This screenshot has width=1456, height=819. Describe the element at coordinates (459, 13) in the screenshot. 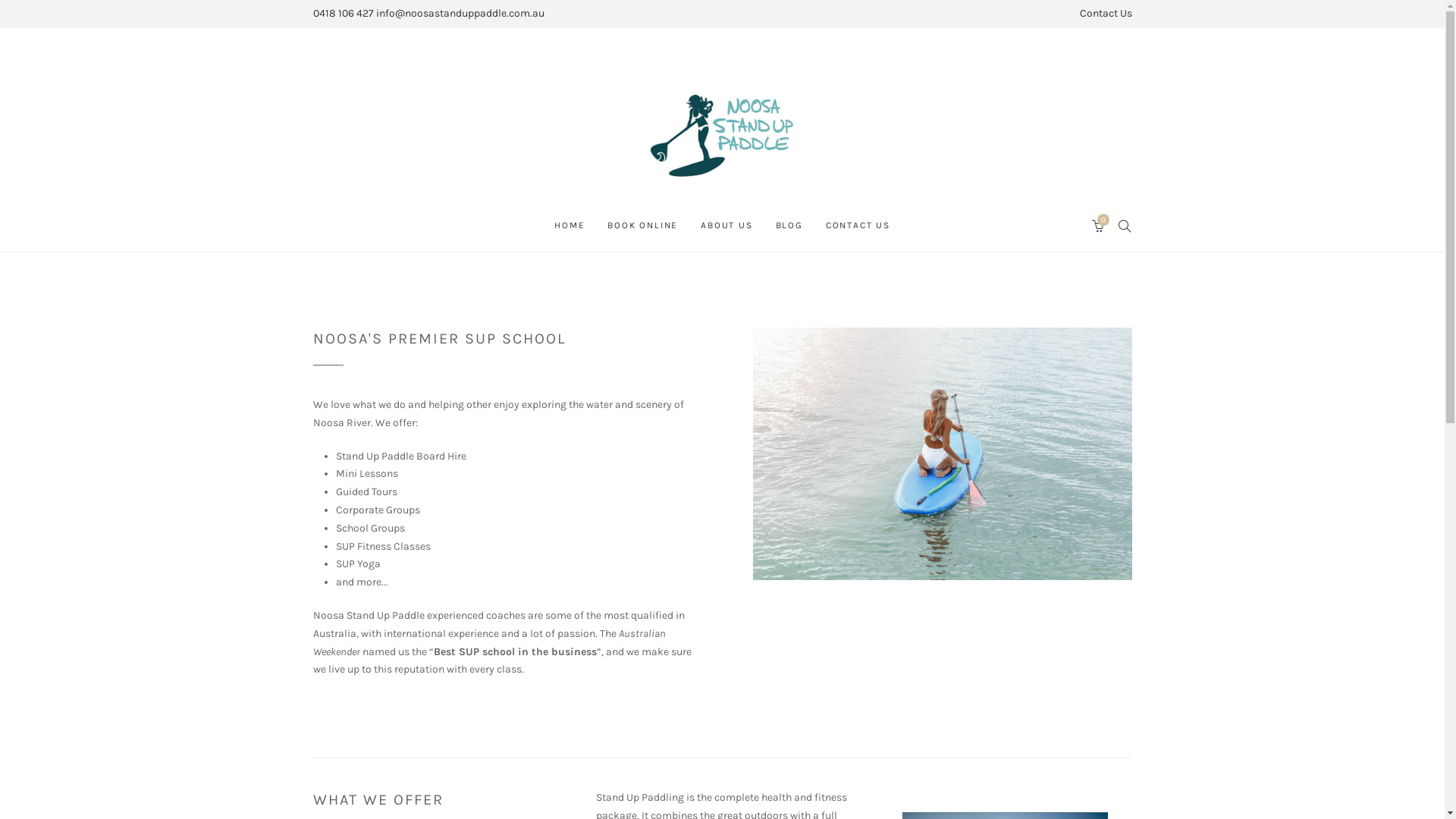

I see `'info@noosastanduppaddle.com.au'` at that location.